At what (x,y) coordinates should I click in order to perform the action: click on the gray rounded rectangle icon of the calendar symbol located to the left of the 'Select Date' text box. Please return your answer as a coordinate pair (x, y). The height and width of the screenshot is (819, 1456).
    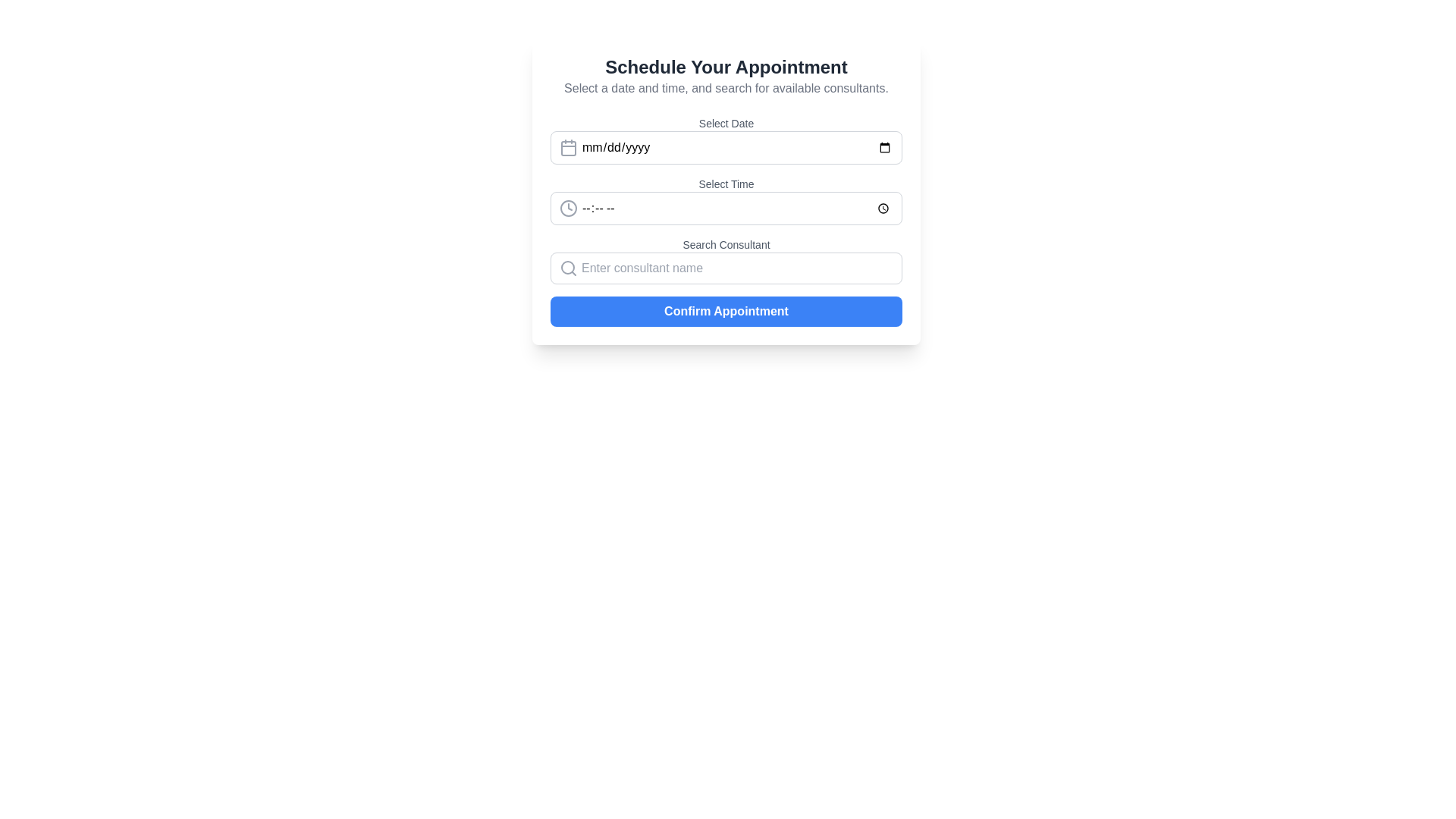
    Looking at the image, I should click on (567, 149).